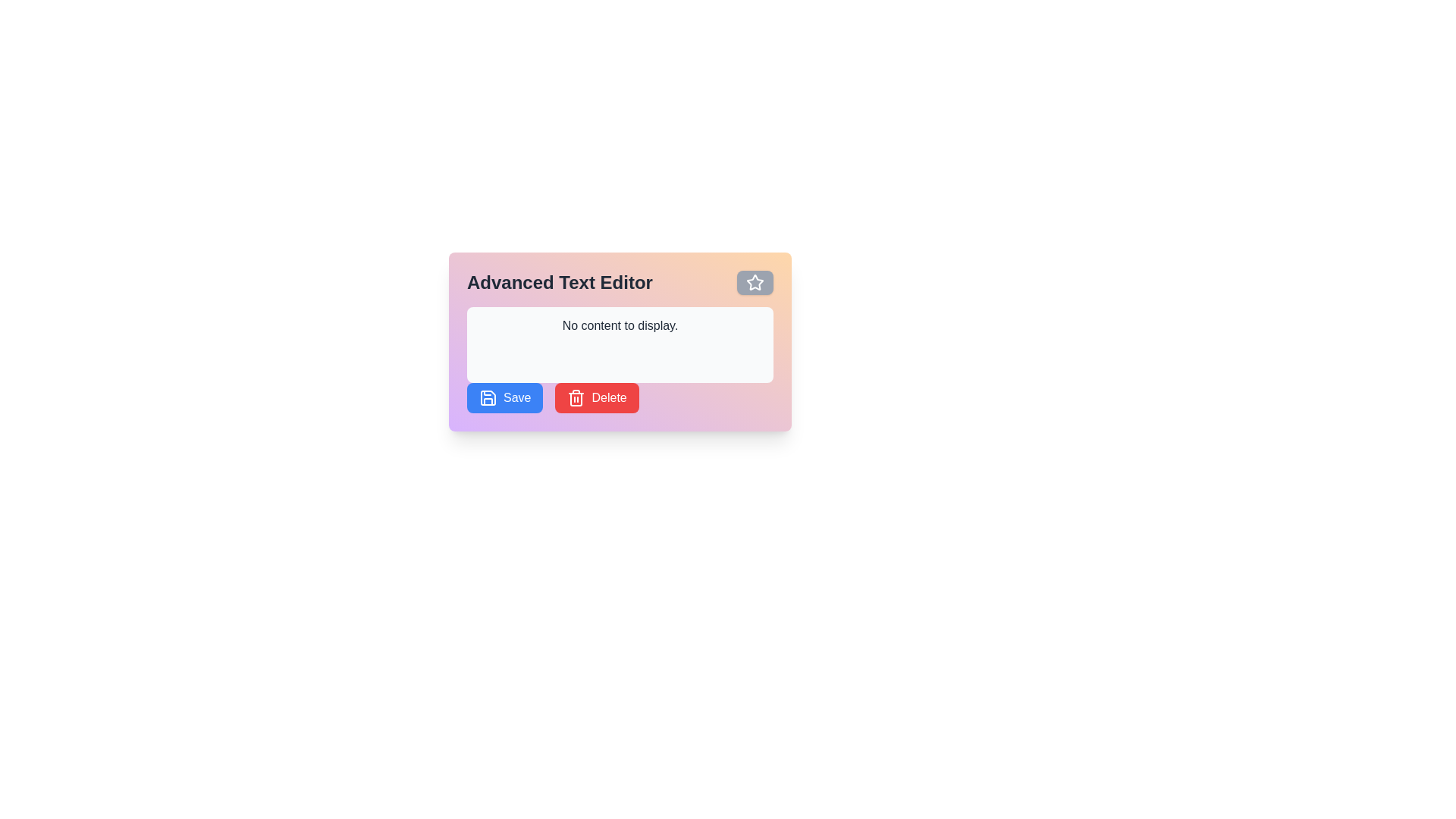  What do you see at coordinates (755, 283) in the screenshot?
I see `the star-shaped icon with a hollow outline located at the top-right corner of the 'Advanced Text Editor' interface` at bounding box center [755, 283].